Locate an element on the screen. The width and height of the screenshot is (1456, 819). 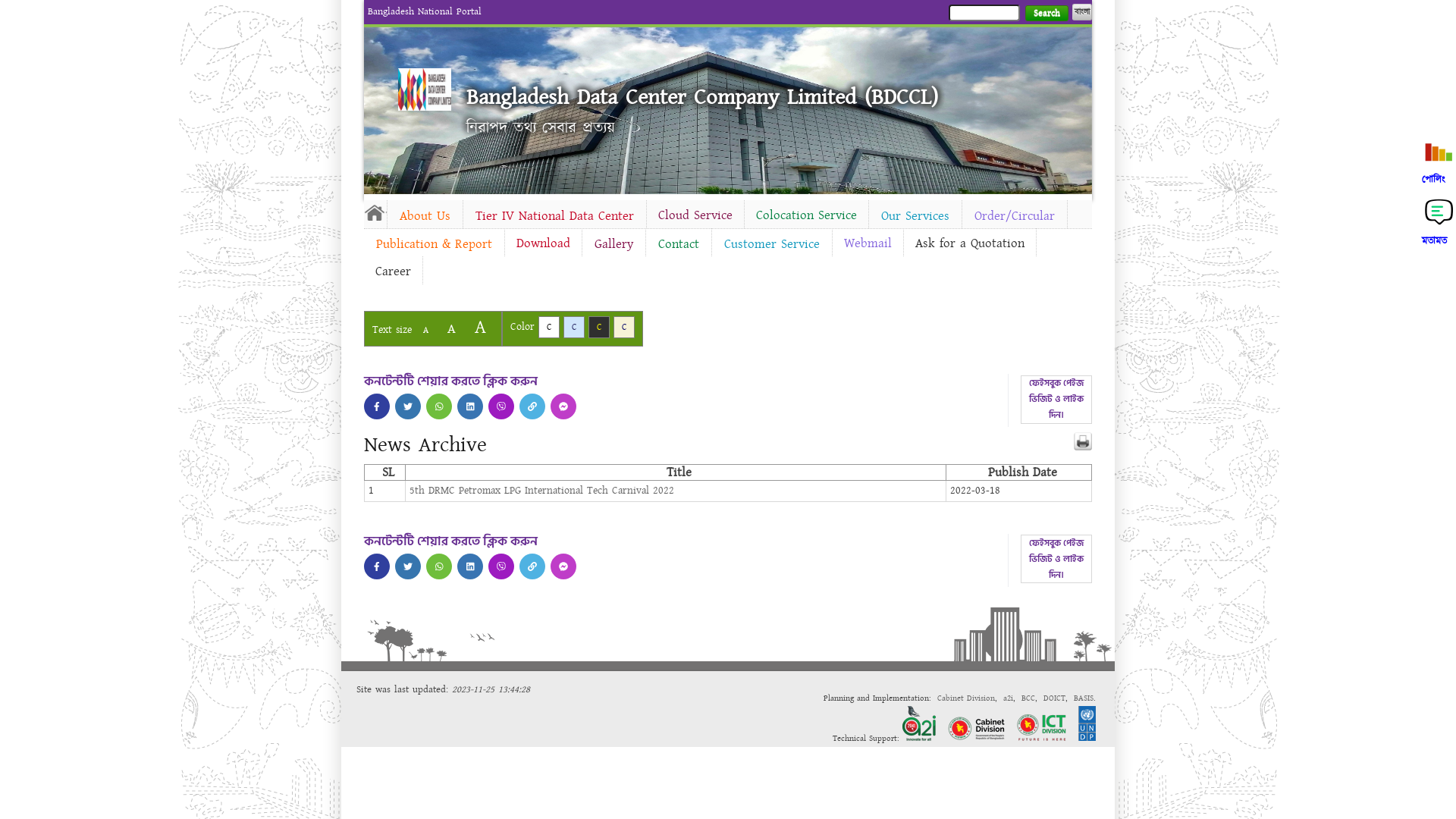
'Customer Service' is located at coordinates (771, 243).